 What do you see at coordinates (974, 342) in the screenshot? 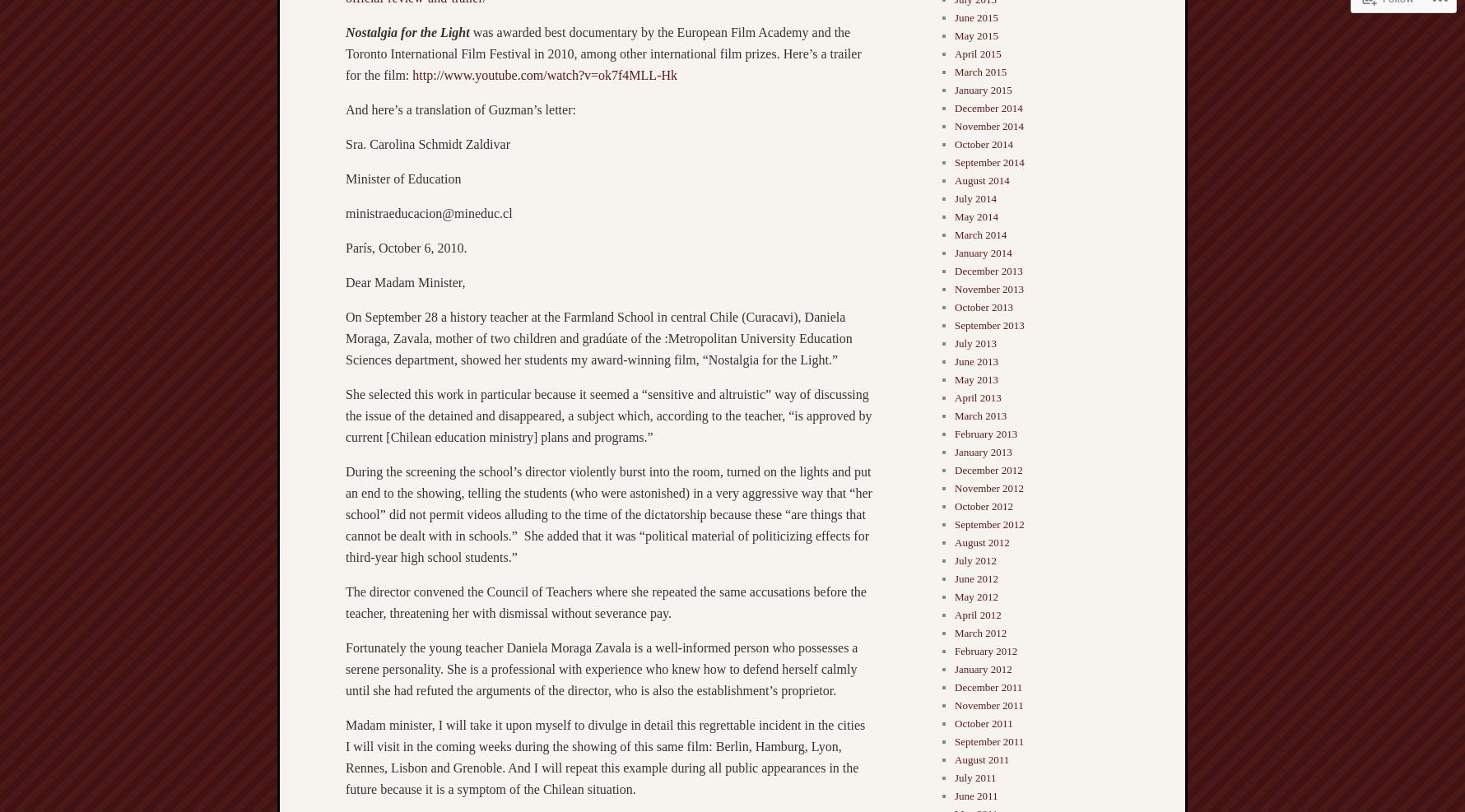
I see `'July 2013'` at bounding box center [974, 342].